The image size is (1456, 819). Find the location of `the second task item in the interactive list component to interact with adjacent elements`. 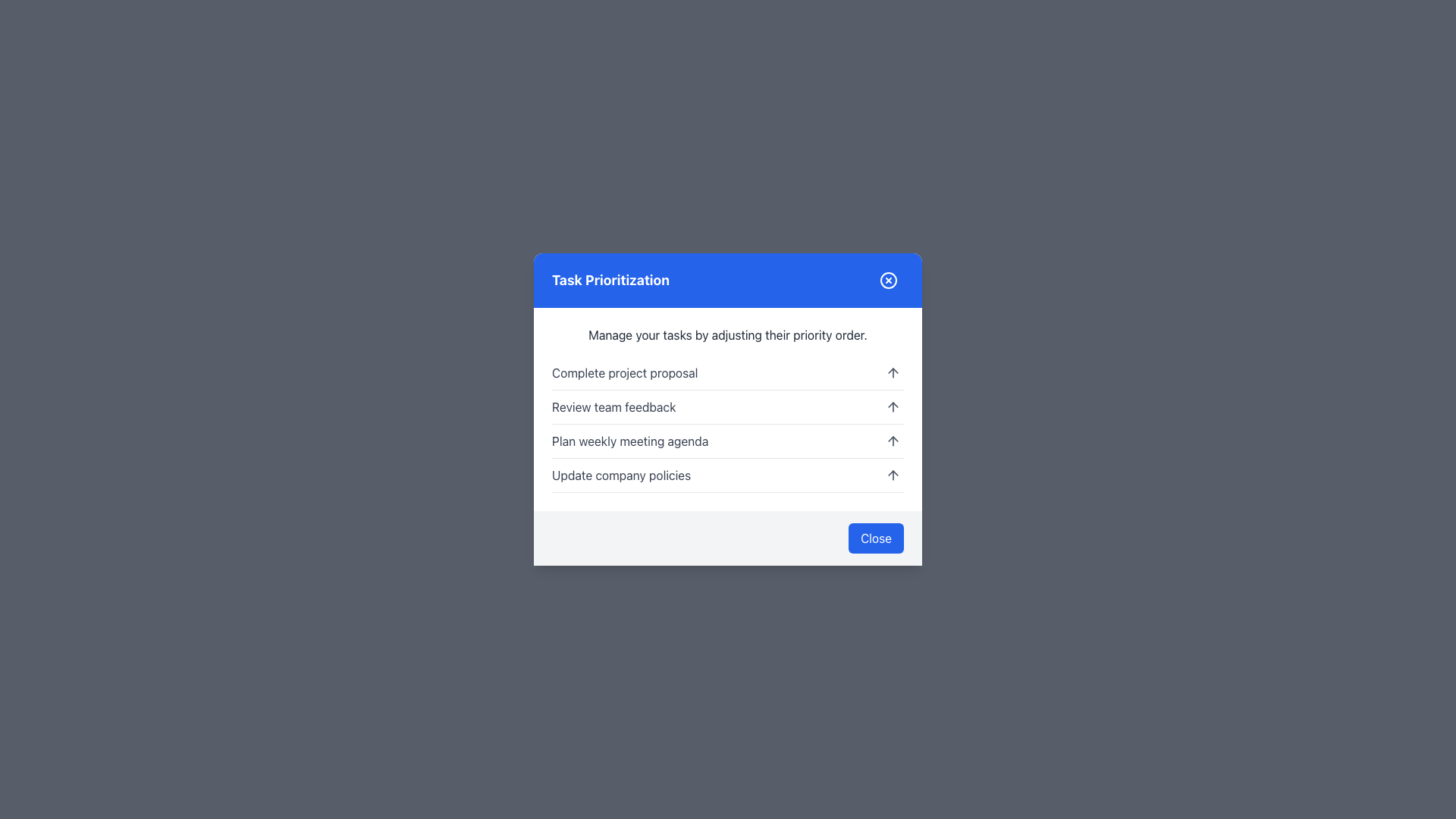

the second task item in the interactive list component to interact with adjacent elements is located at coordinates (728, 424).